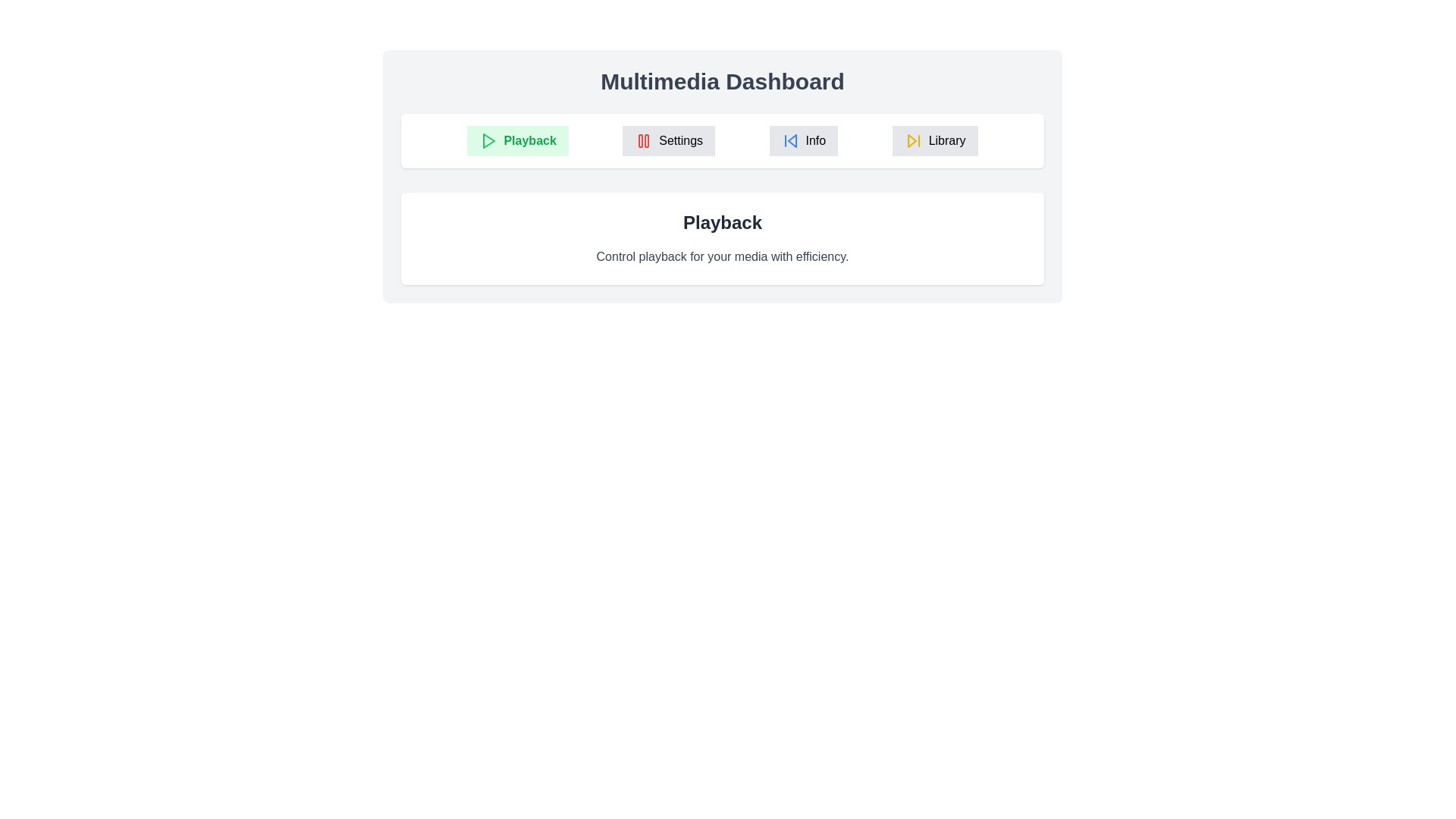 This screenshot has width=1456, height=819. What do you see at coordinates (934, 140) in the screenshot?
I see `the Library tab` at bounding box center [934, 140].